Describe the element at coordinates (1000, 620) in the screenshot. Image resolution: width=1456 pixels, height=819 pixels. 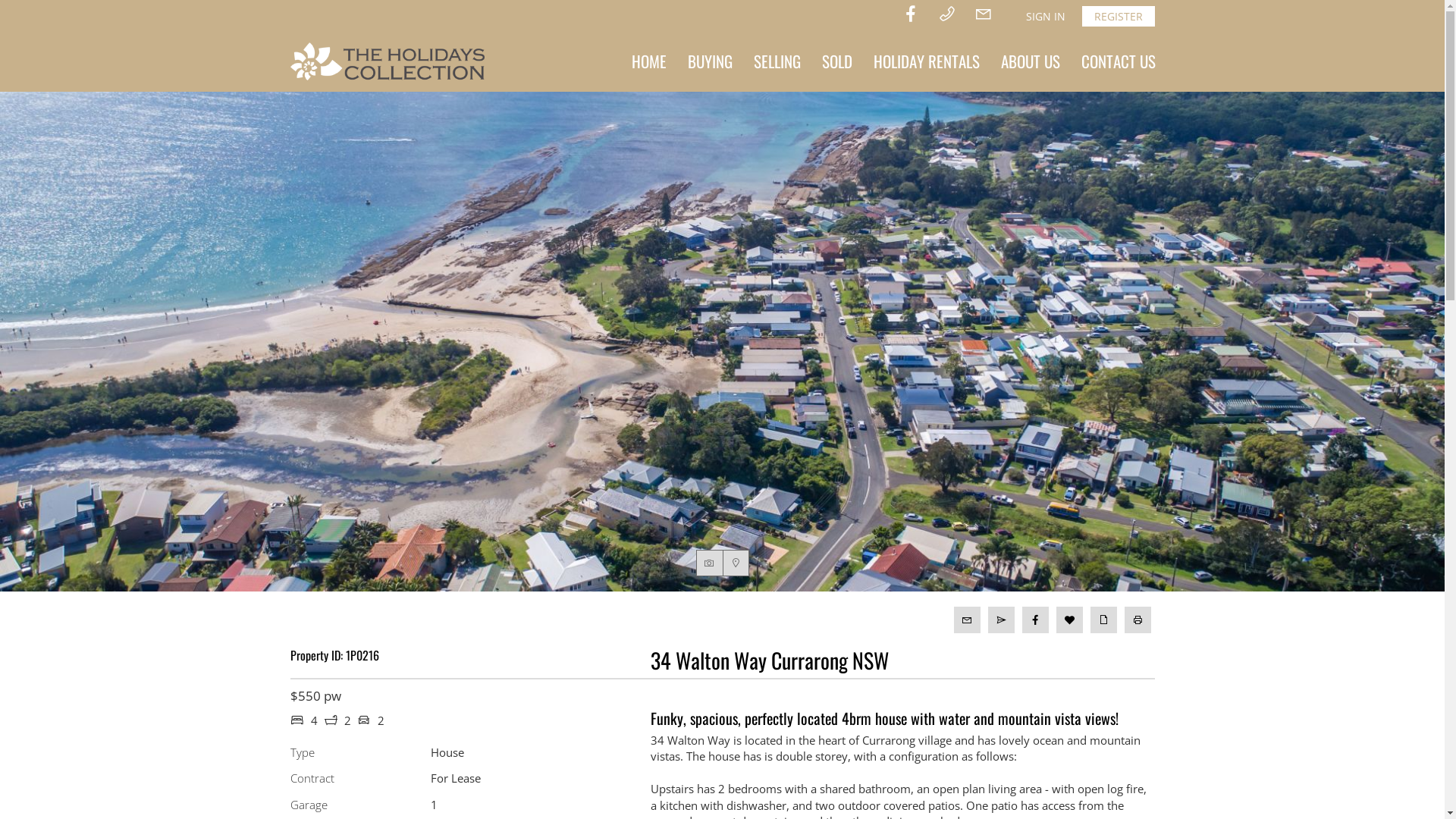
I see `'Email to Friend'` at that location.